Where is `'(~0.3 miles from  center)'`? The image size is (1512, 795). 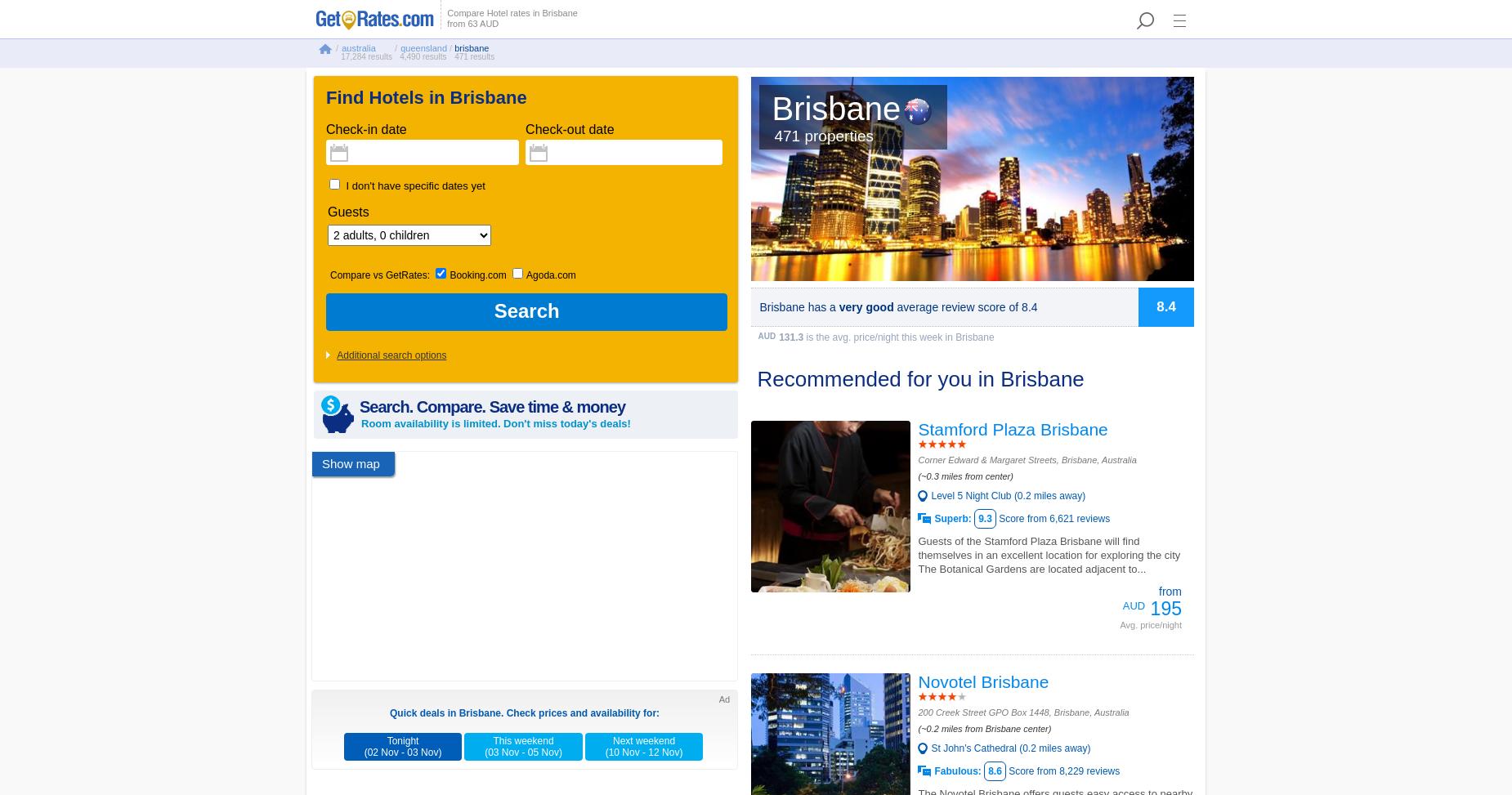 '(~0.3 miles from  center)' is located at coordinates (964, 476).